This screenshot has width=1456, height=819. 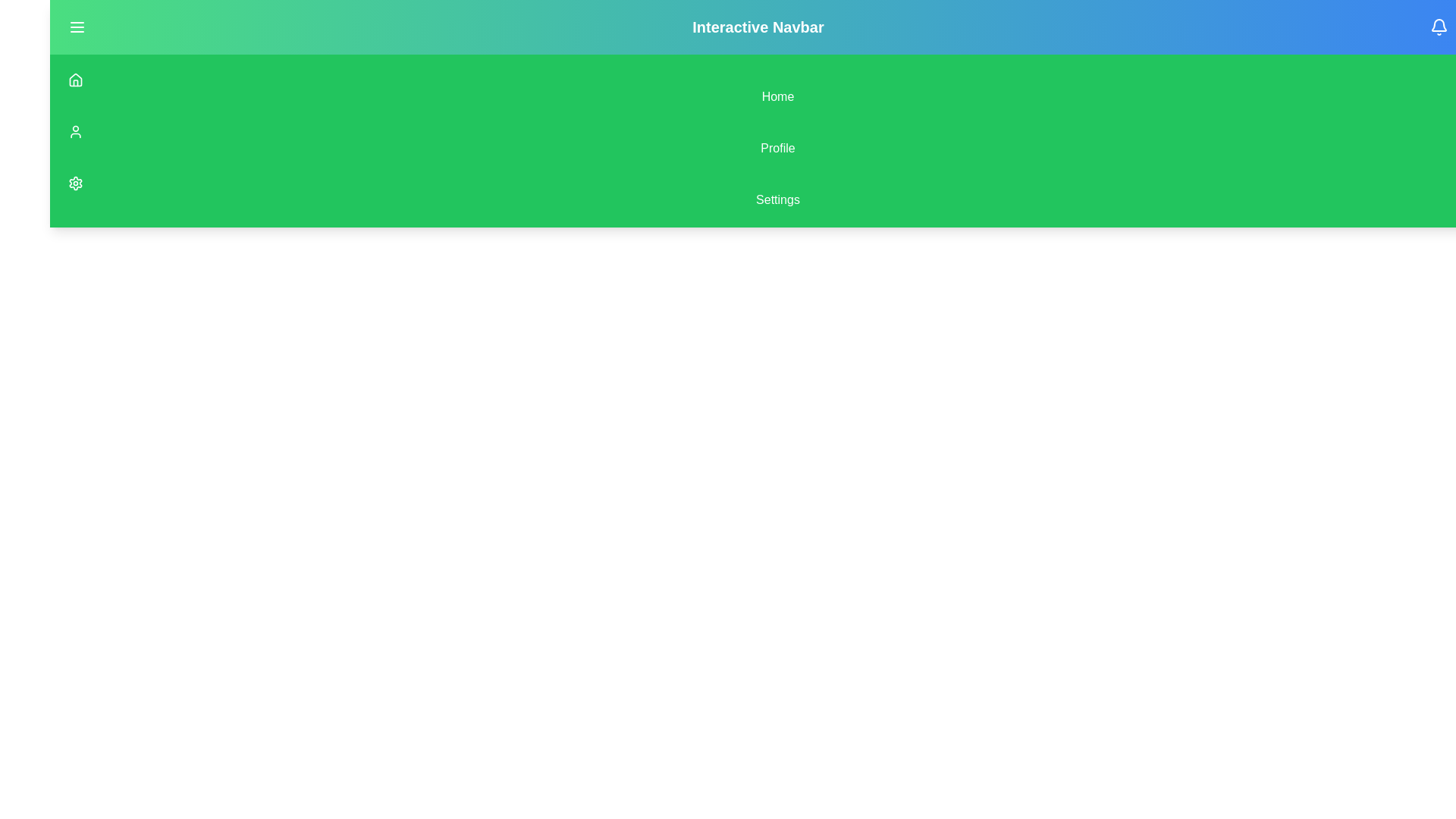 I want to click on the notification button located at the top right corner of the interface, so click(x=1438, y=27).